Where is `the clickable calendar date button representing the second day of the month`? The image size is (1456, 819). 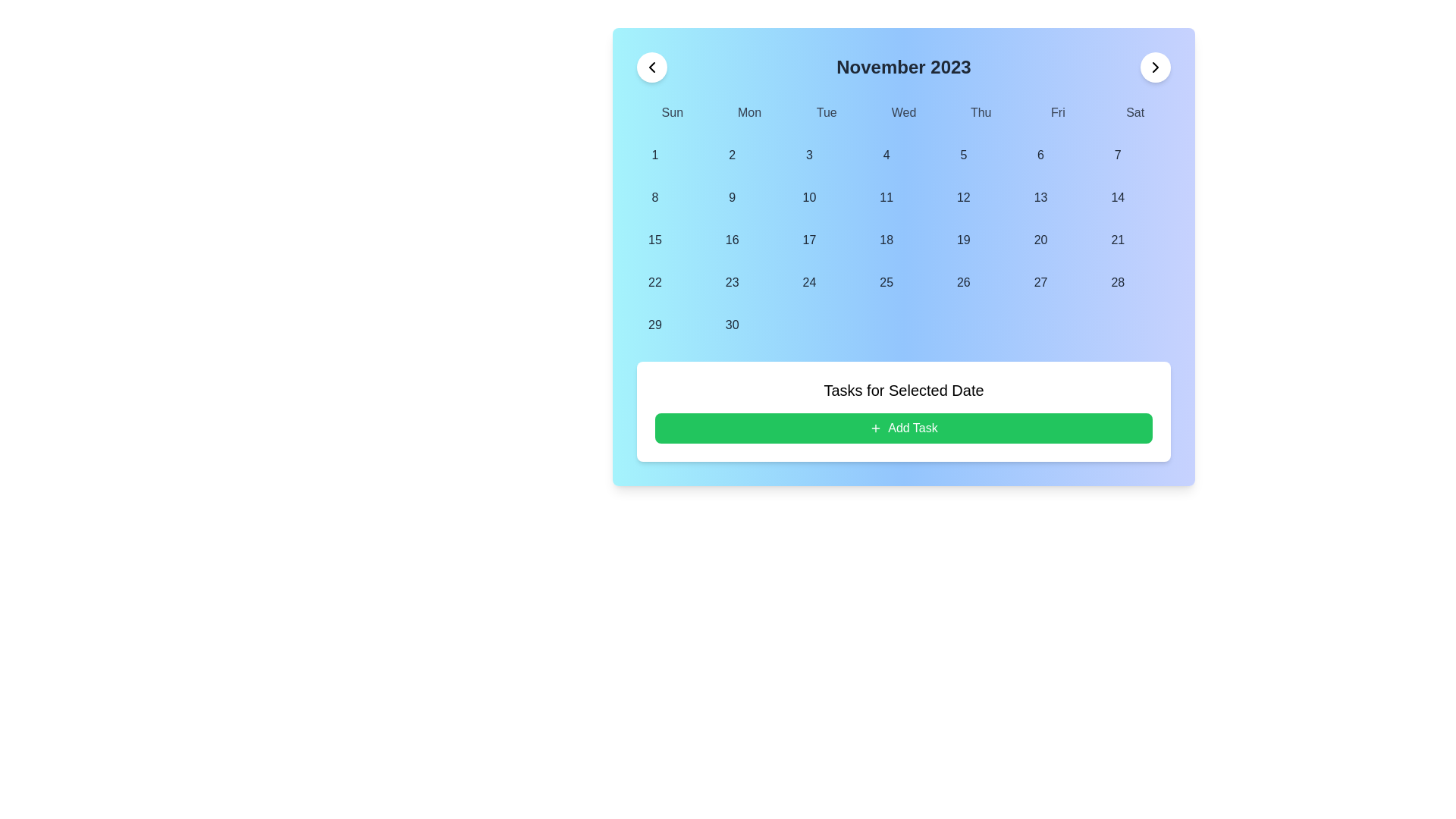
the clickable calendar date button representing the second day of the month is located at coordinates (732, 155).